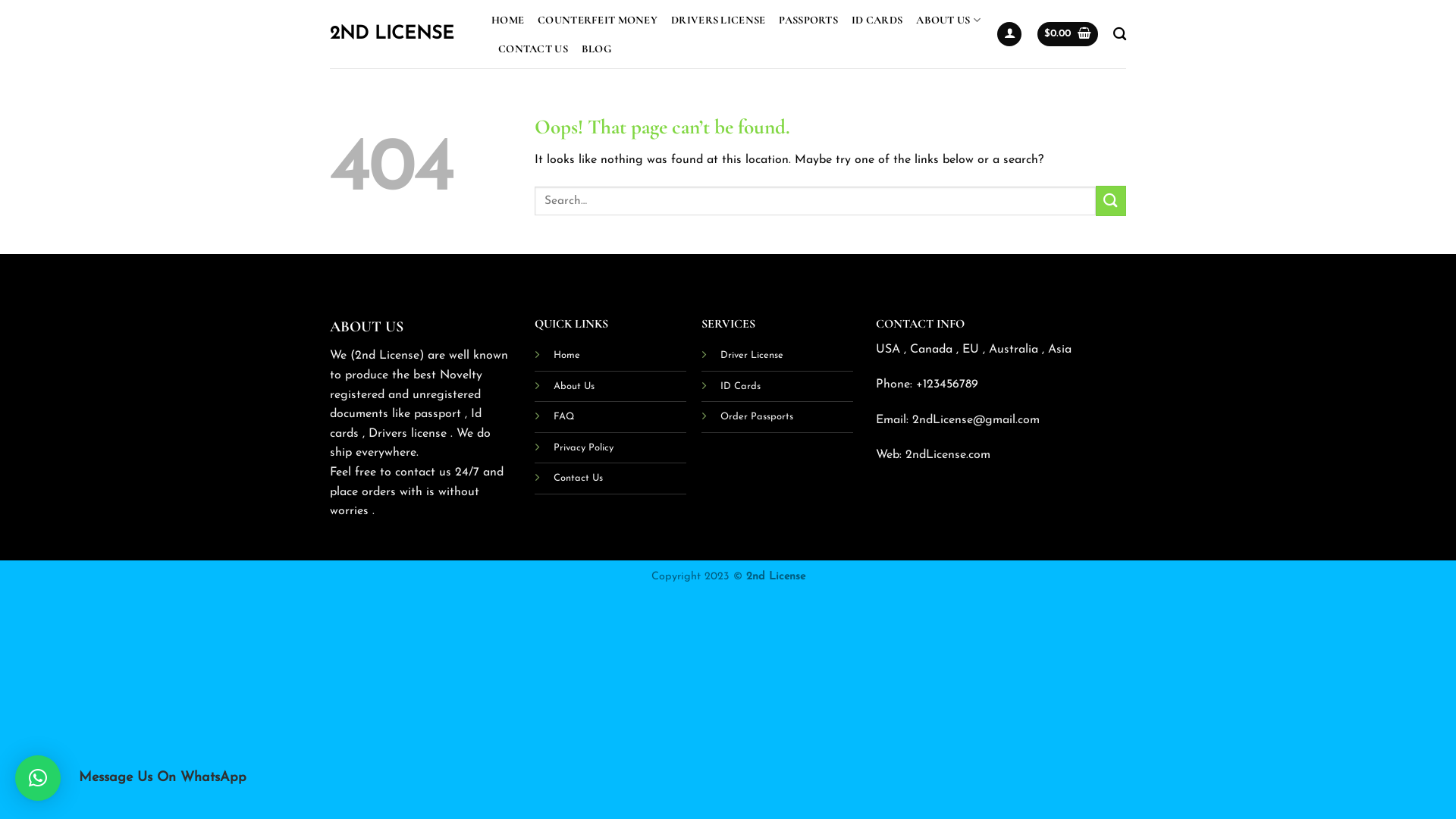 This screenshot has height=819, width=1456. I want to click on 'Home', so click(566, 354).